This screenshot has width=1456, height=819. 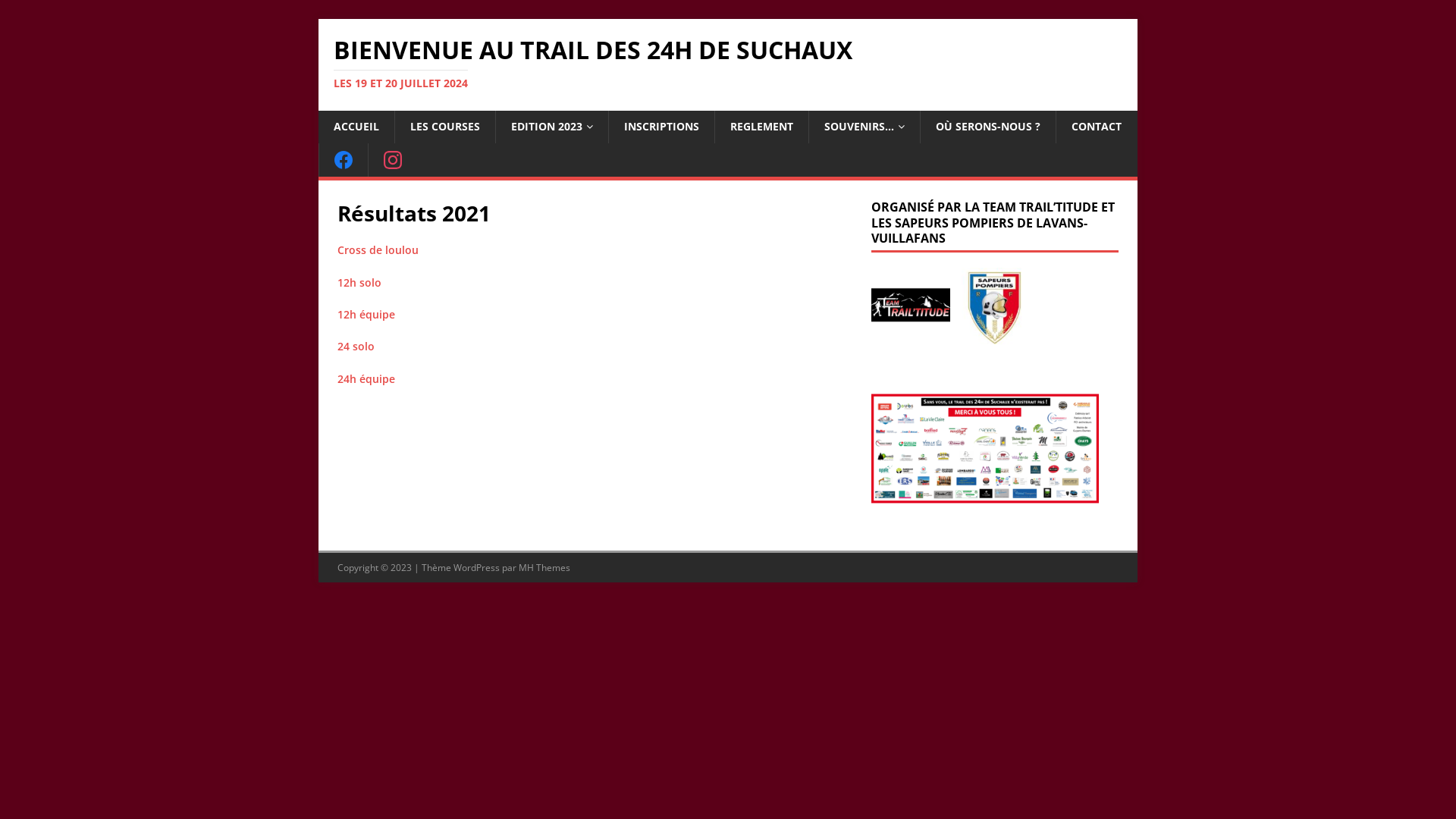 I want to click on '12h solo', so click(x=359, y=282).